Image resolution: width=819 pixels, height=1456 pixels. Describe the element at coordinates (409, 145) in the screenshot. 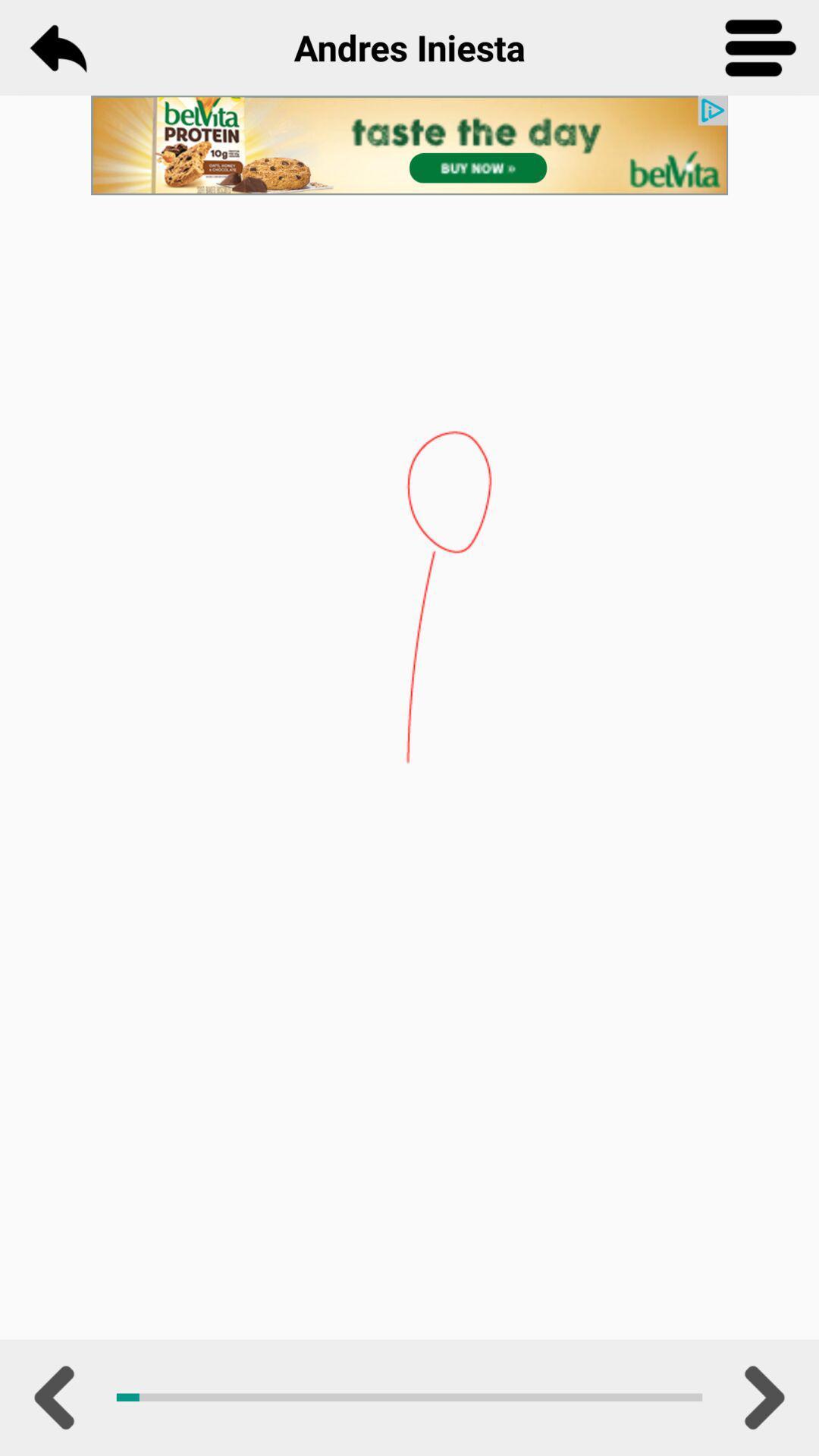

I see `advertisement page` at that location.